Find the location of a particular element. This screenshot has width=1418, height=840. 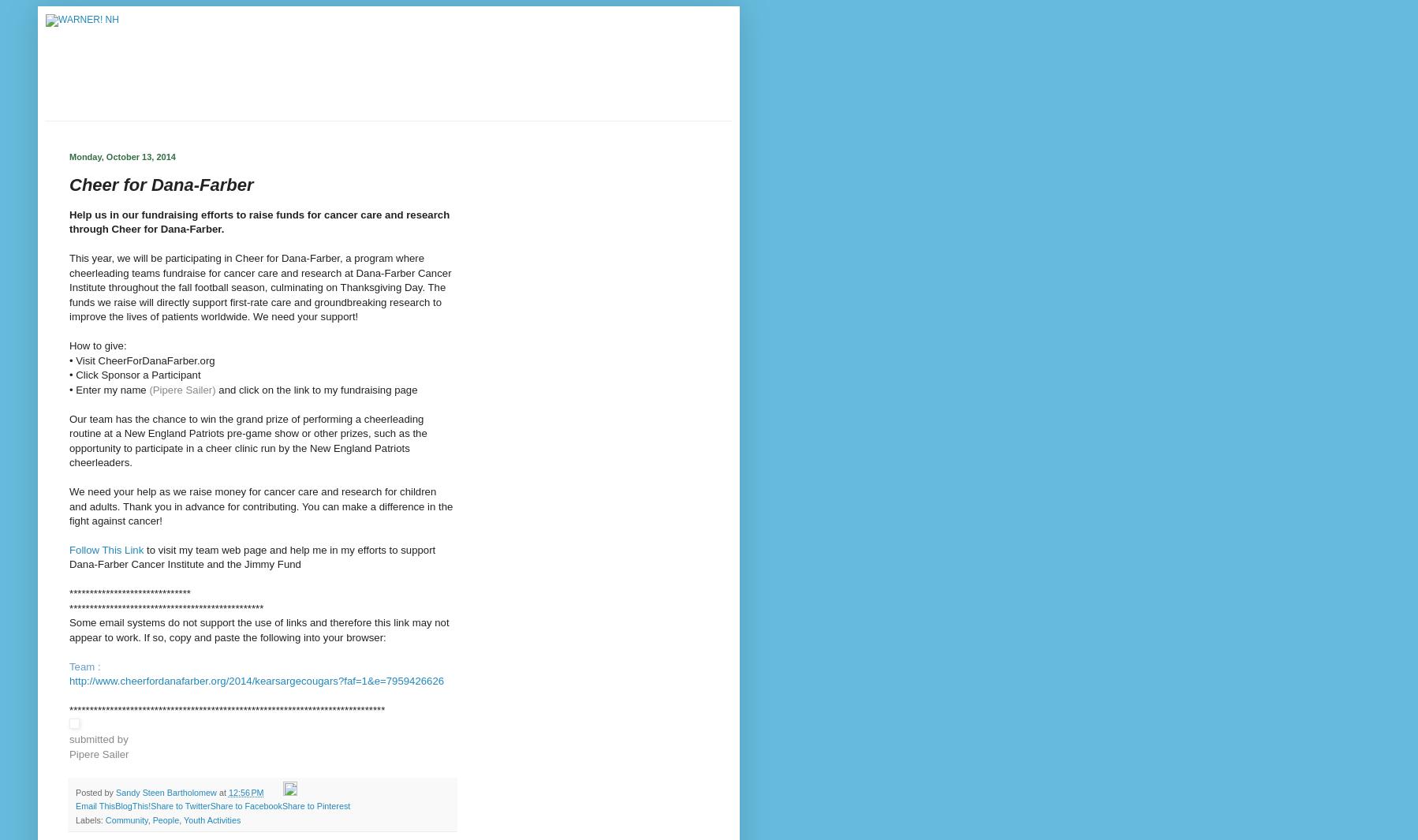

'People' is located at coordinates (166, 819).